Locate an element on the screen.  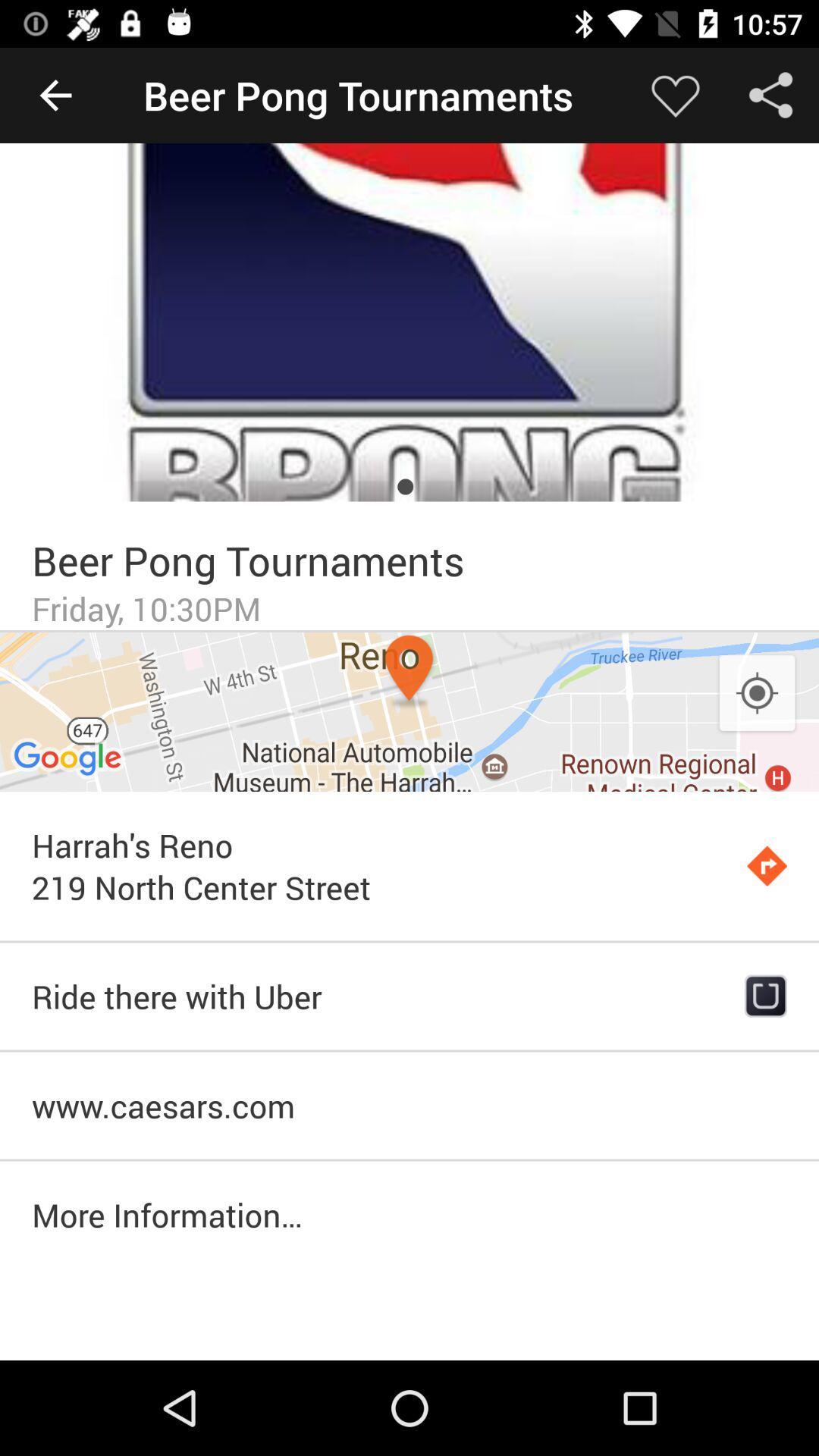
the item at the top left corner is located at coordinates (55, 94).